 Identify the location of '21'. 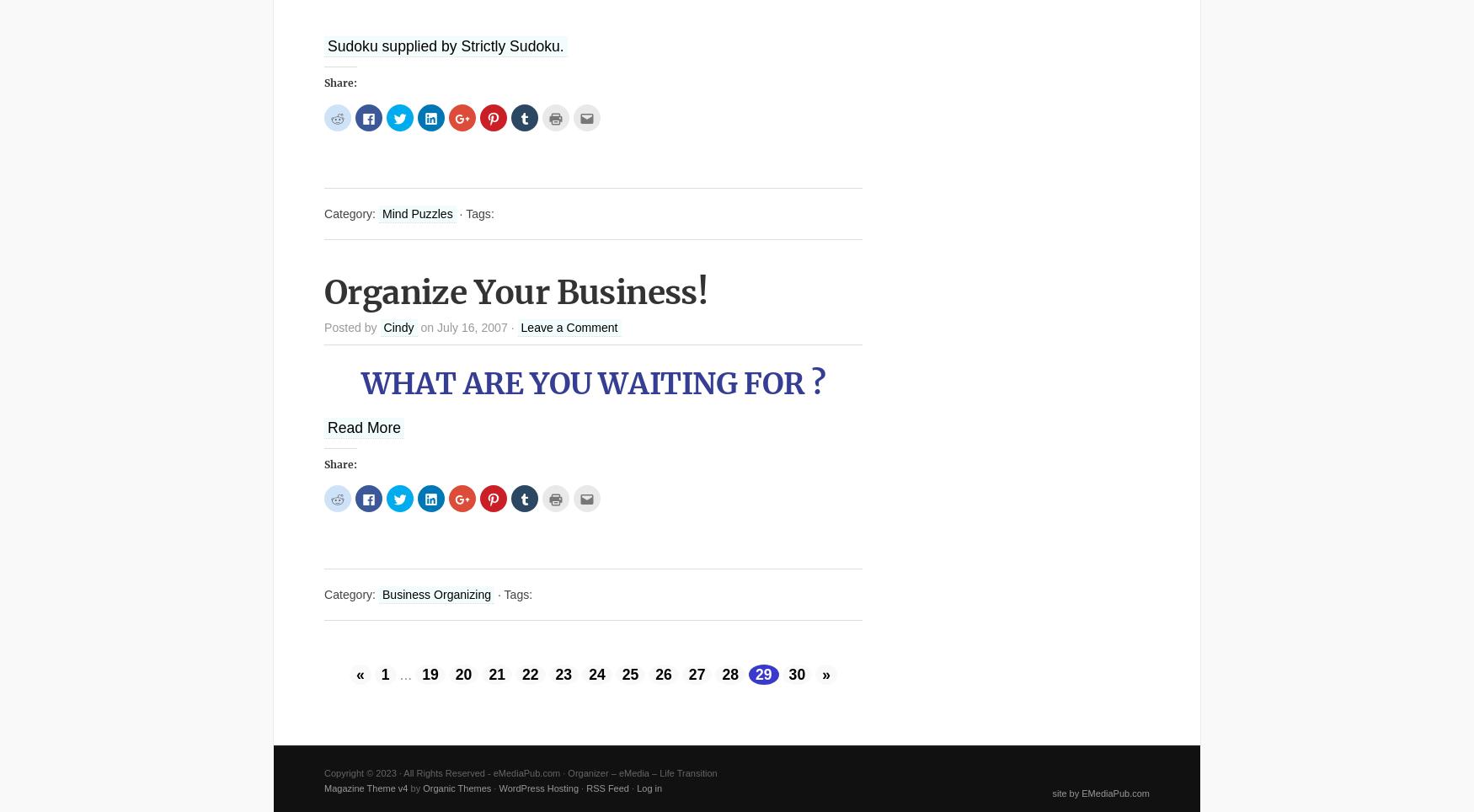
(496, 674).